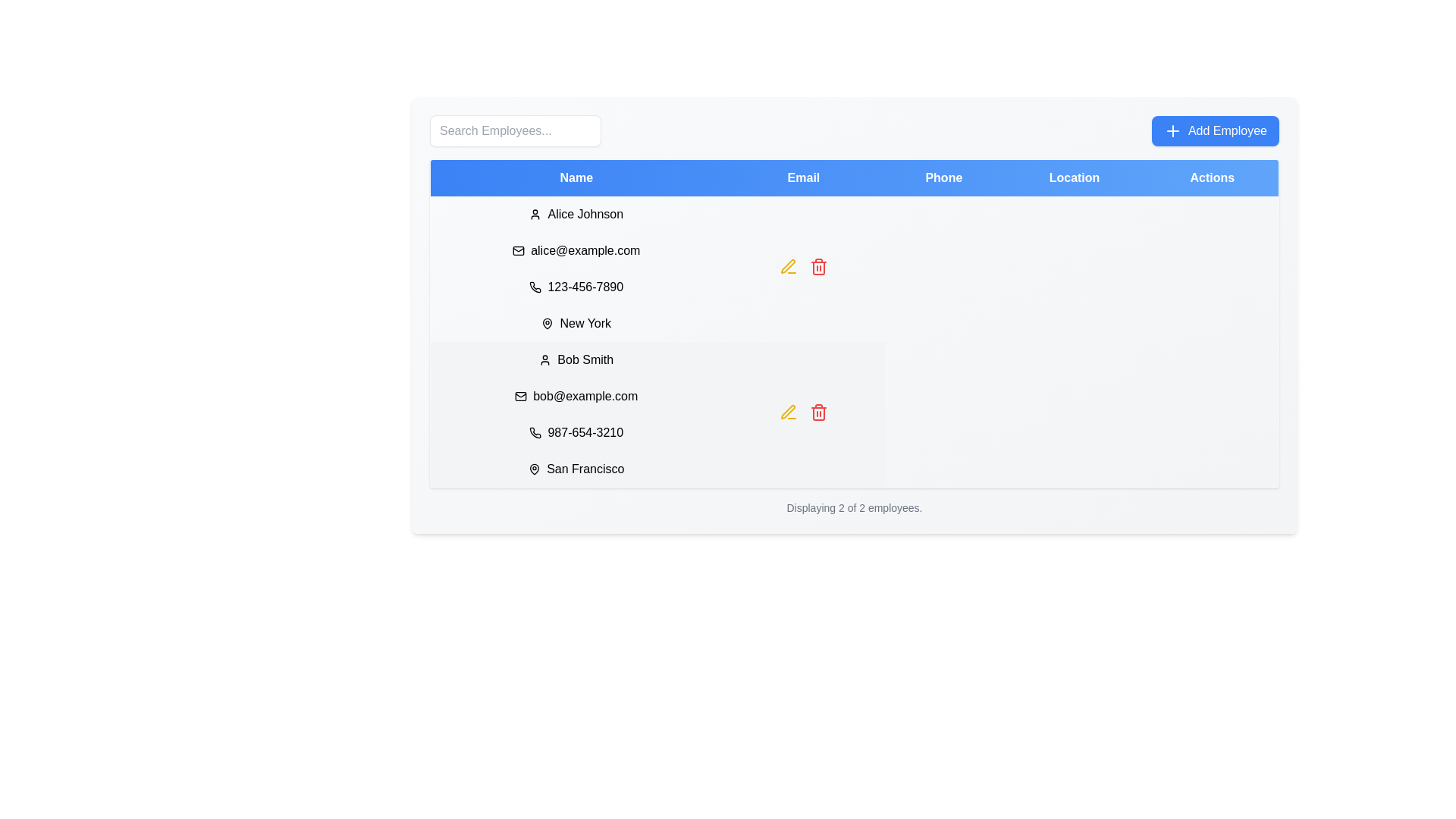 The width and height of the screenshot is (1456, 819). I want to click on the center of the text input field used for searching employees, located in the 'Add Employee' section, so click(516, 130).